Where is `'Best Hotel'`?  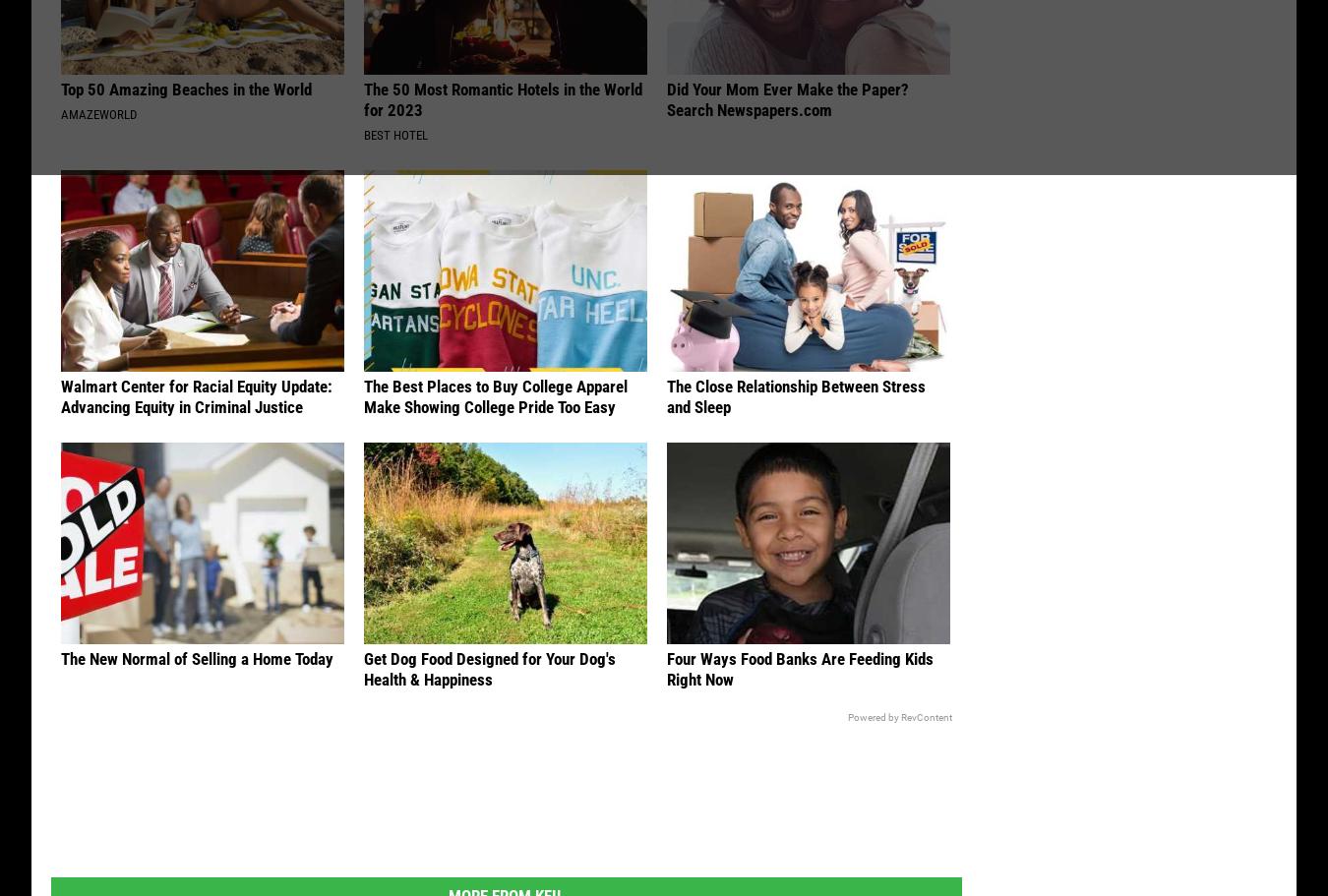 'Best Hotel' is located at coordinates (364, 137).